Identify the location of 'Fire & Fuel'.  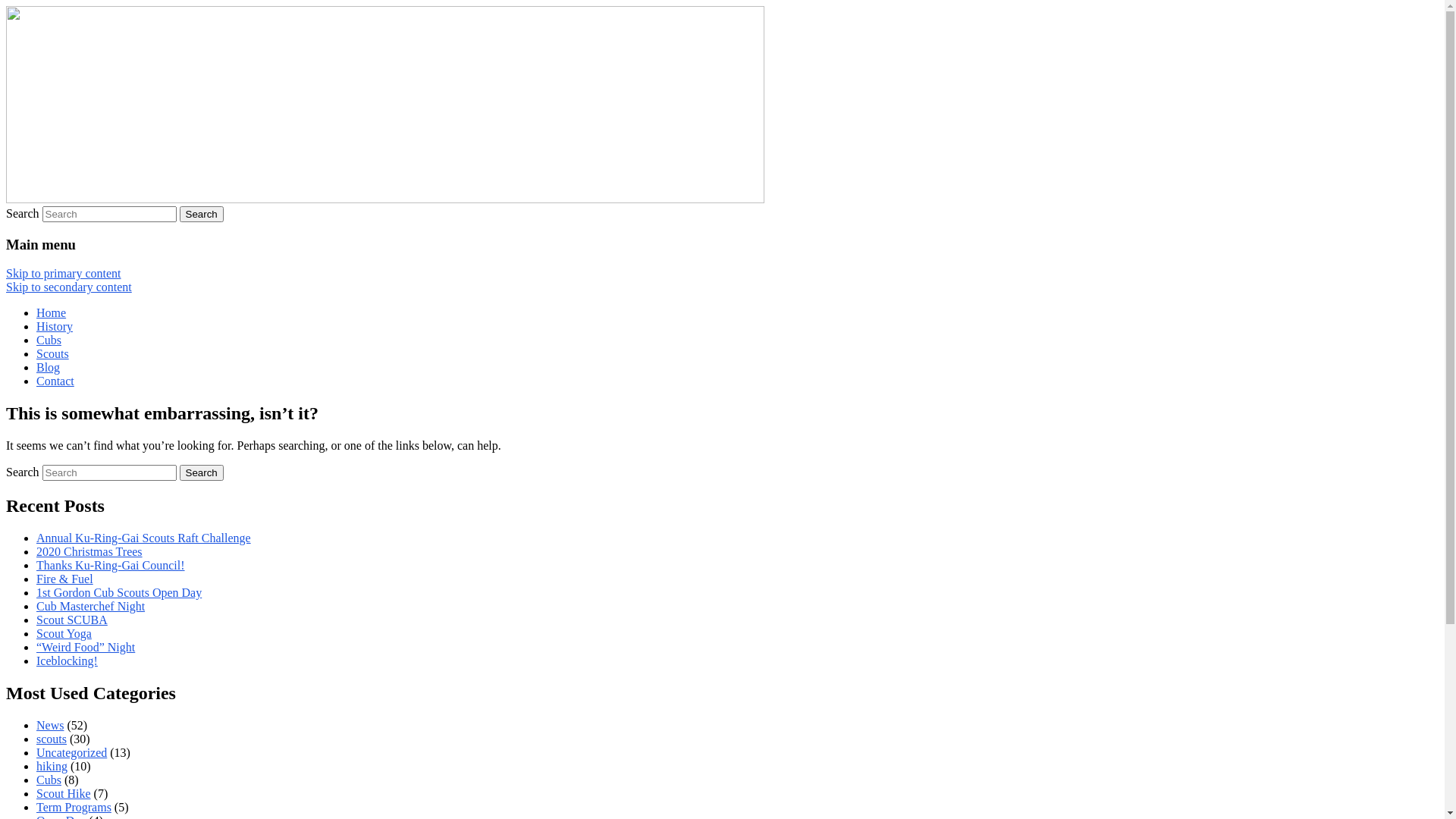
(64, 579).